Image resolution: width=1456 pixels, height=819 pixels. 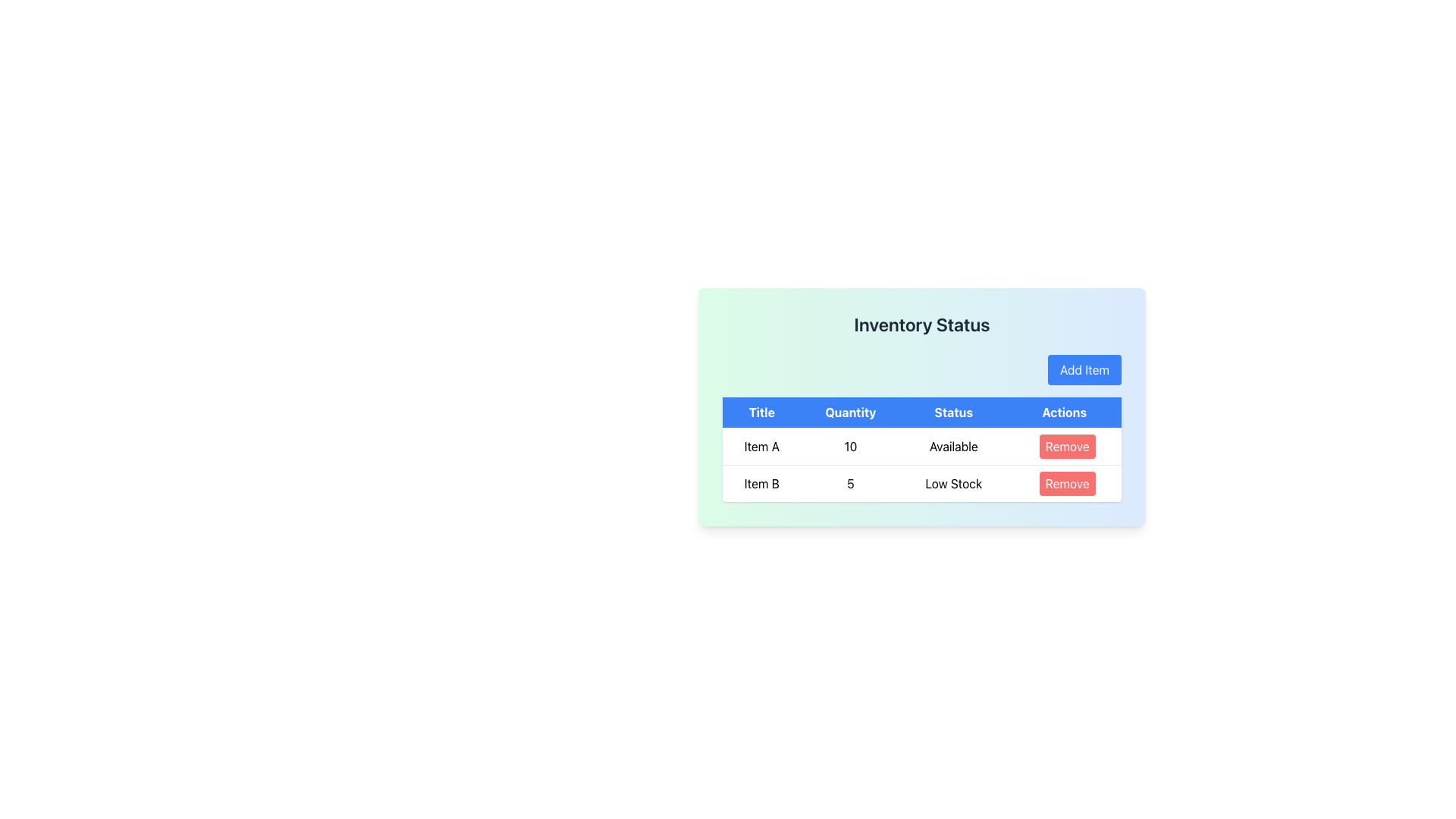 What do you see at coordinates (952, 446) in the screenshot?
I see `availability status text from the Text Label located in the third column labeled 'Status' of the first row under 'Inventory Status'` at bounding box center [952, 446].